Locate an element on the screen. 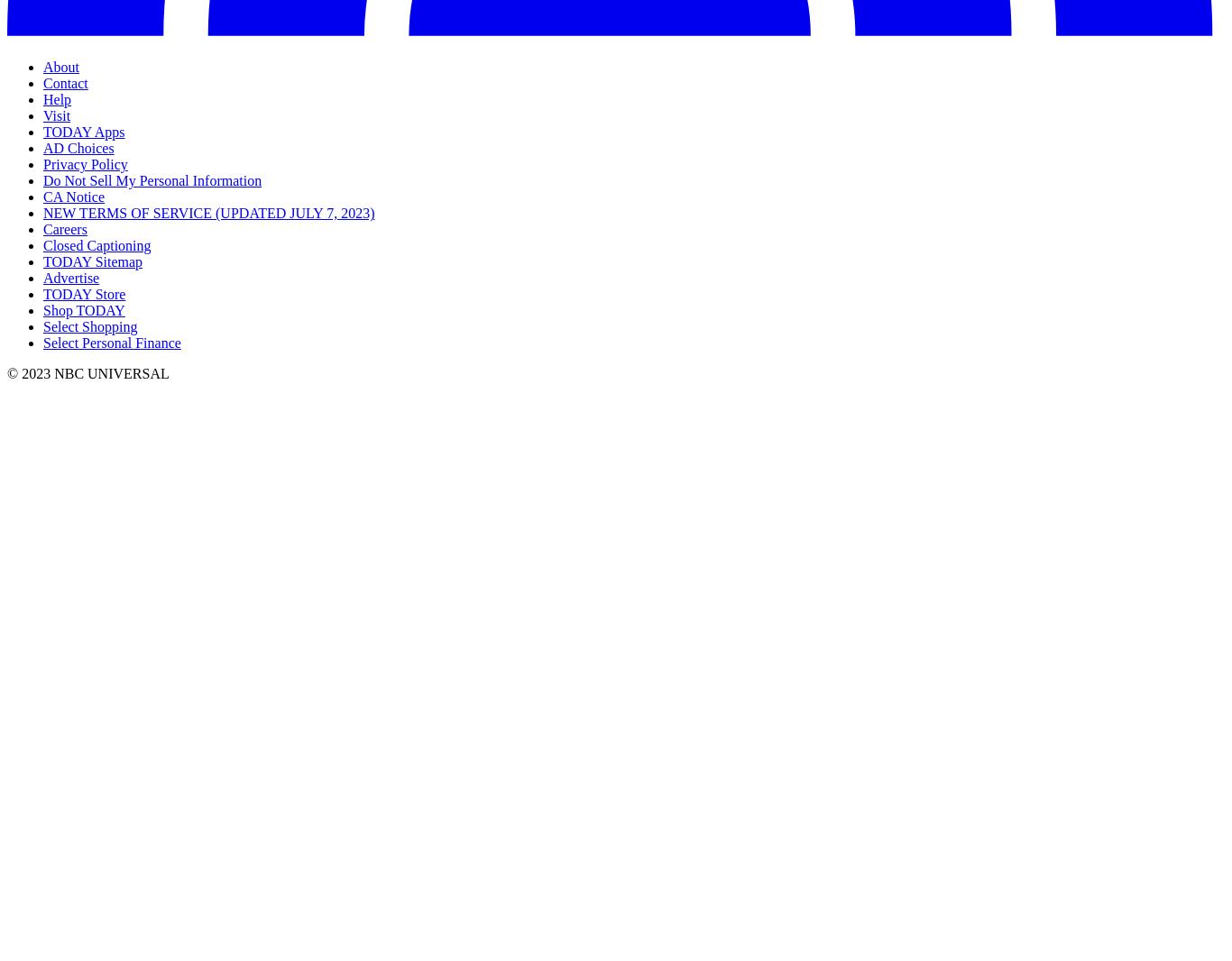  'Closed Captioning' is located at coordinates (97, 245).